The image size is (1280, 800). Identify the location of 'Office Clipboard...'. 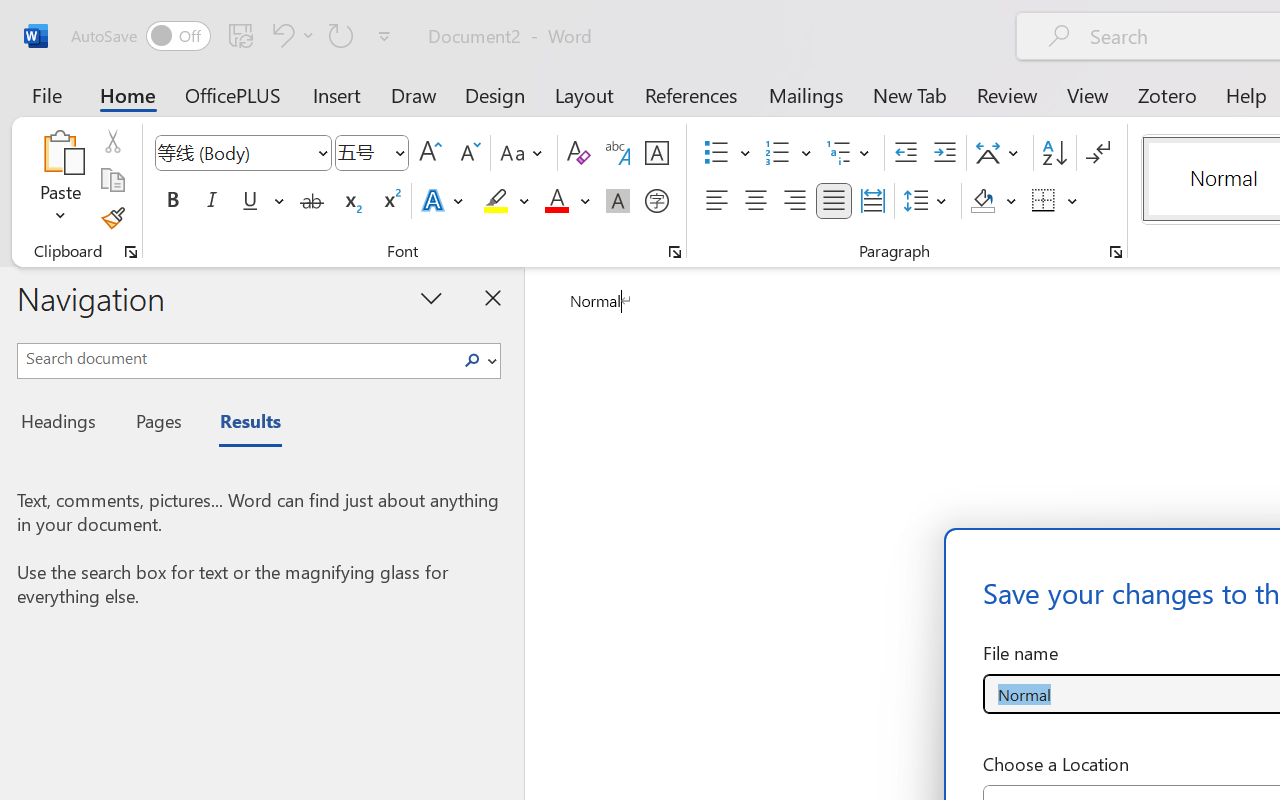
(130, 251).